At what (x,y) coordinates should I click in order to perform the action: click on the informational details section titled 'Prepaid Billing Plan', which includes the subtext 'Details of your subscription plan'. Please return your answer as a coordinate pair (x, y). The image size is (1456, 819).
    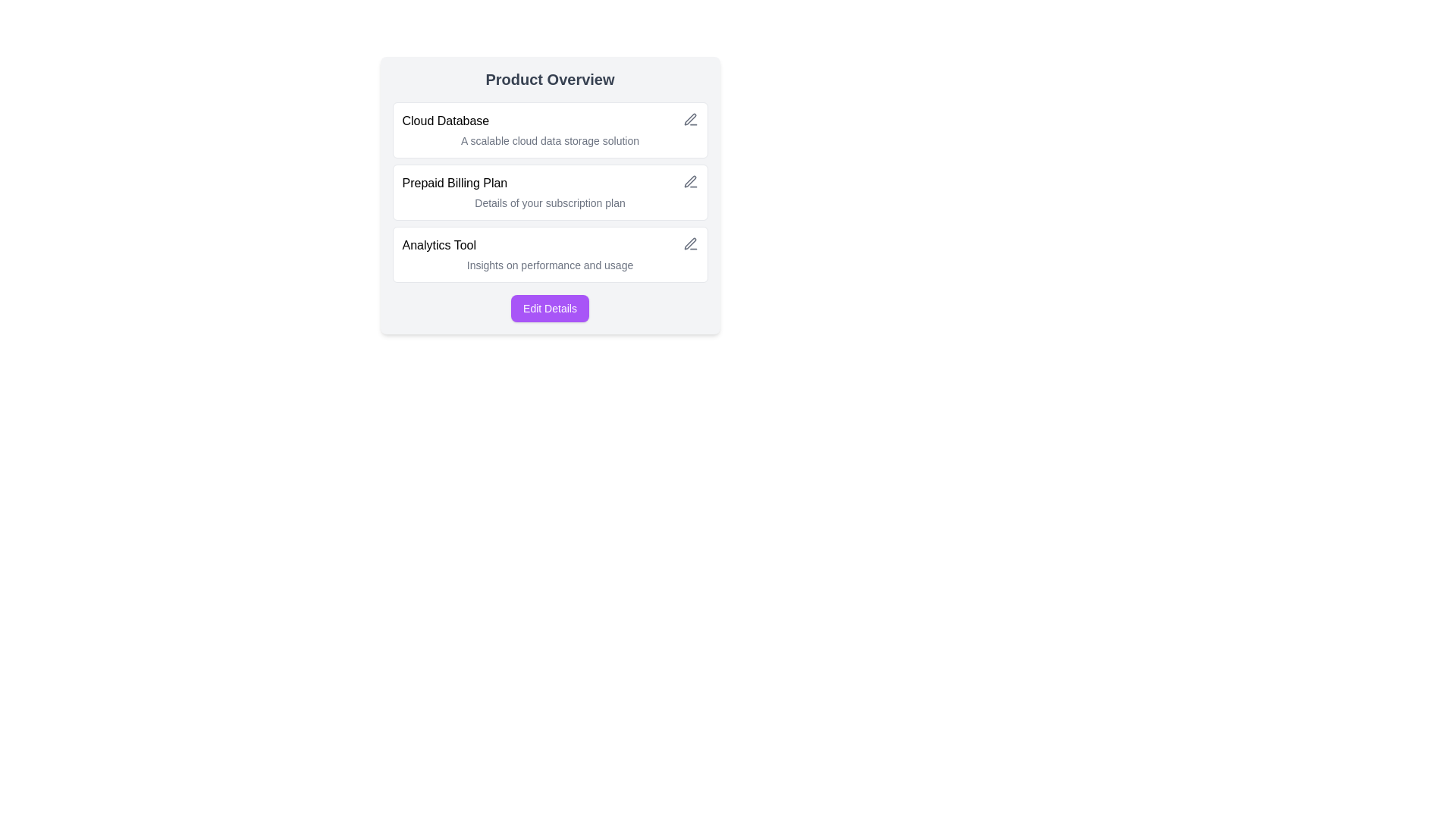
    Looking at the image, I should click on (549, 195).